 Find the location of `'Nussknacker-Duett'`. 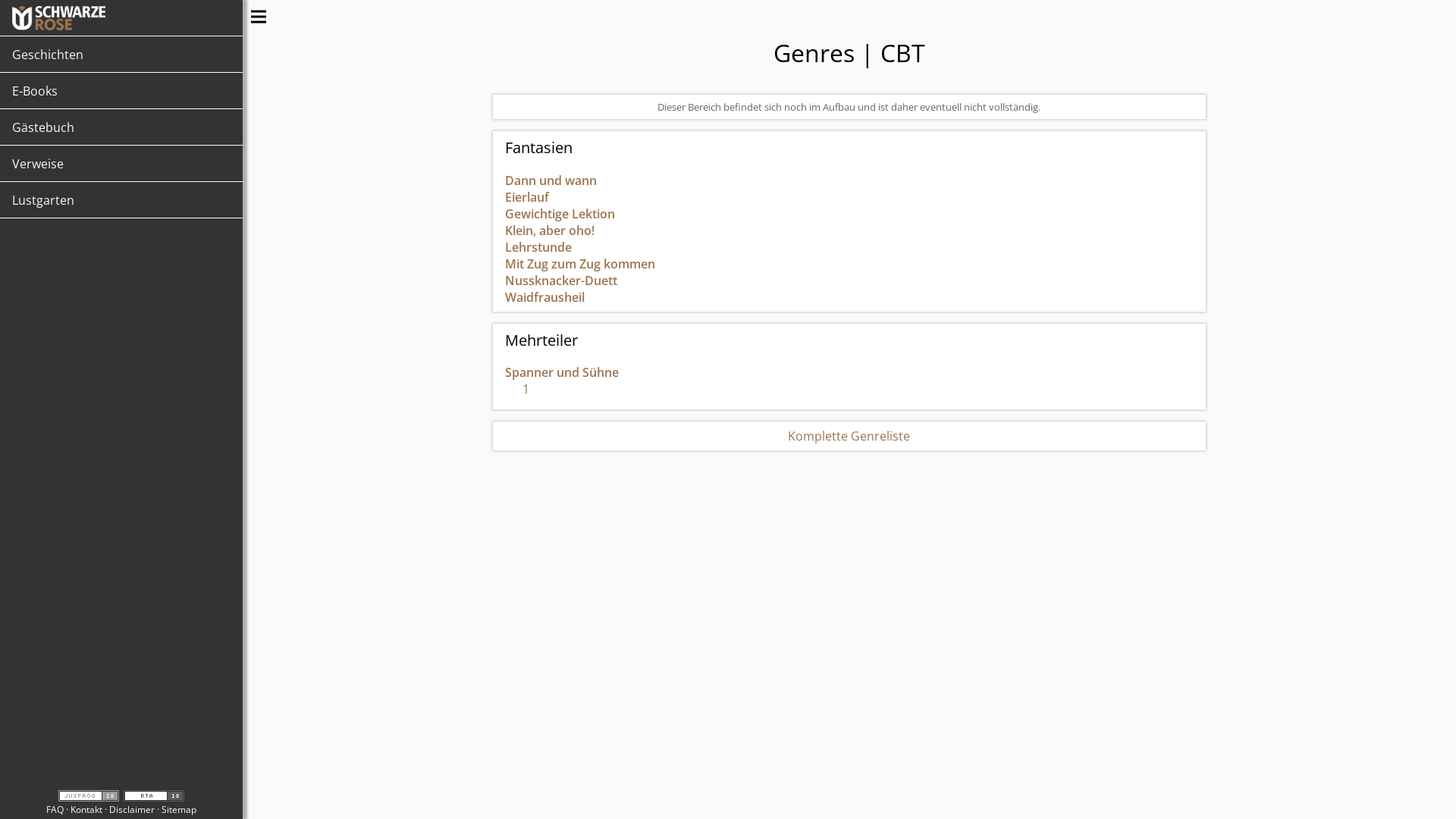

'Nussknacker-Duett' is located at coordinates (560, 281).